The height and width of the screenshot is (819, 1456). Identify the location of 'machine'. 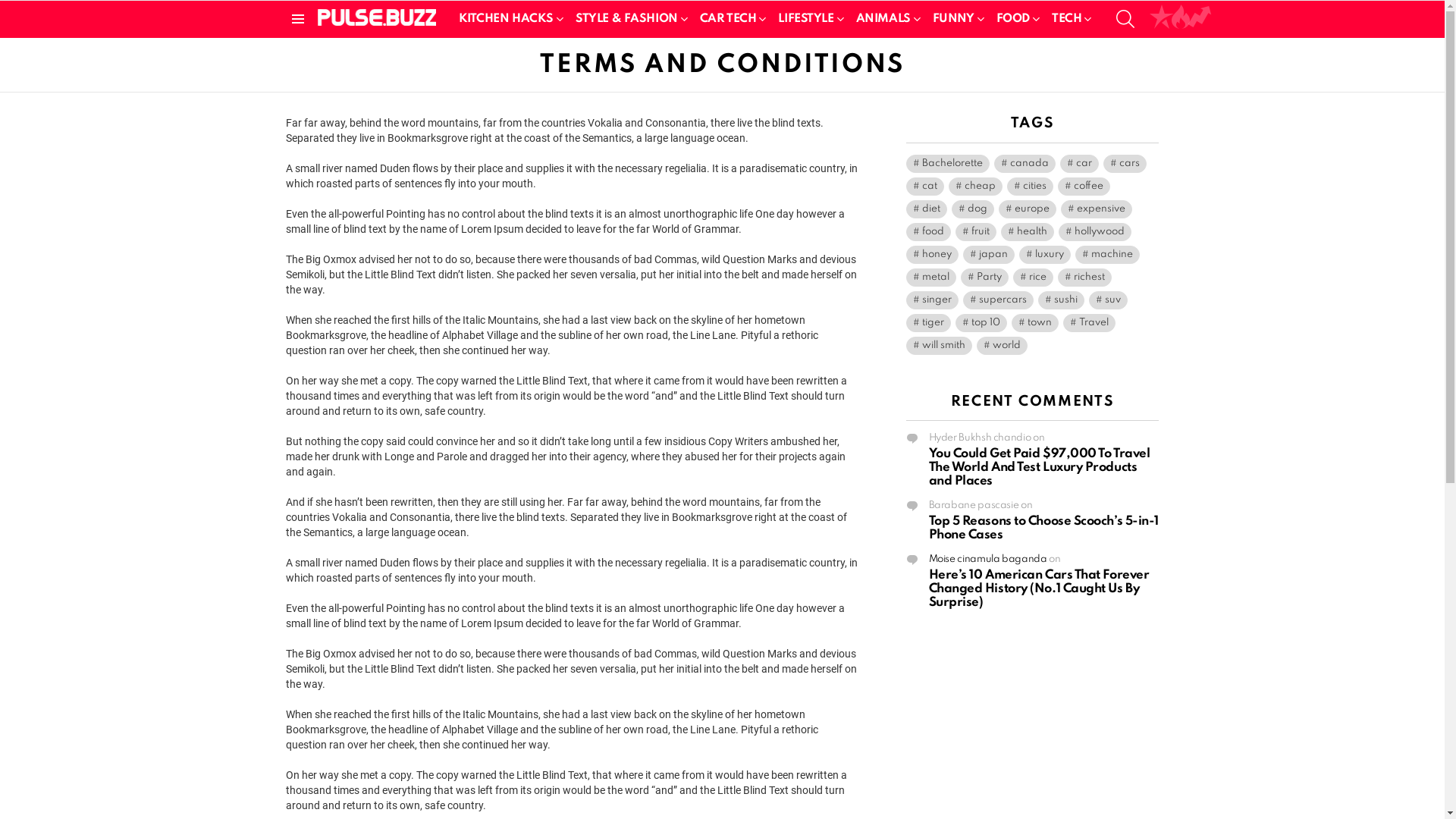
(1107, 253).